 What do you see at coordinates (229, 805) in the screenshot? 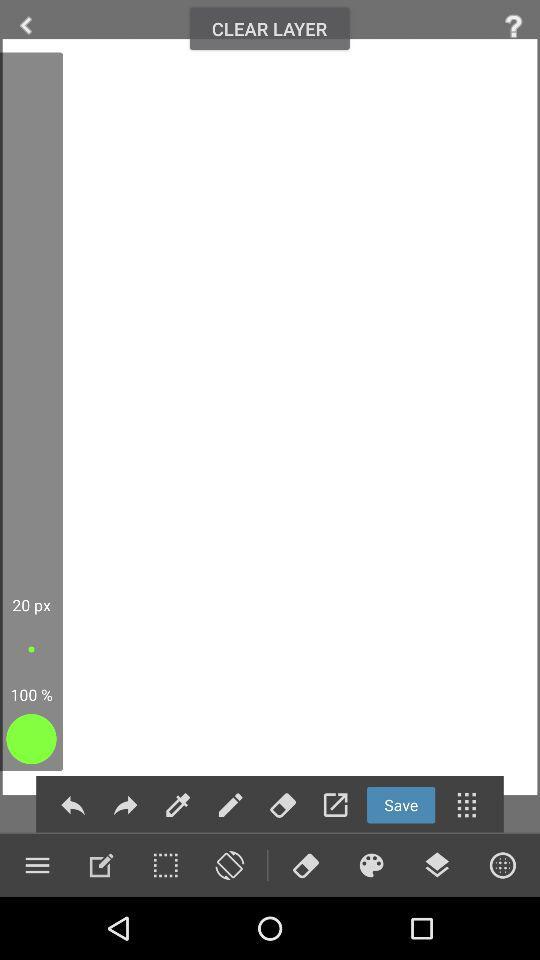
I see `the edit icon` at bounding box center [229, 805].